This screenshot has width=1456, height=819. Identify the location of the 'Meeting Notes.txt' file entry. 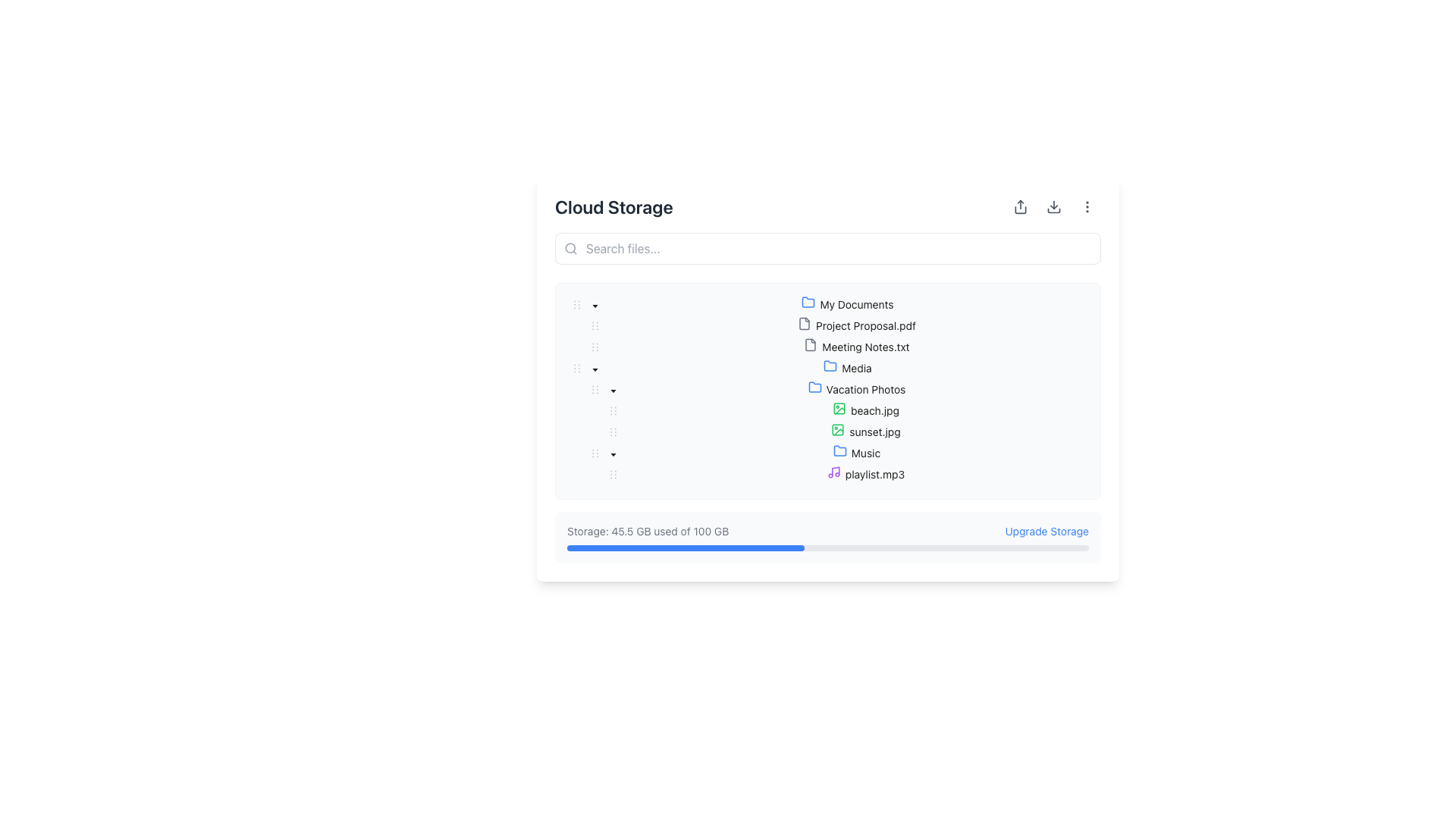
(856, 347).